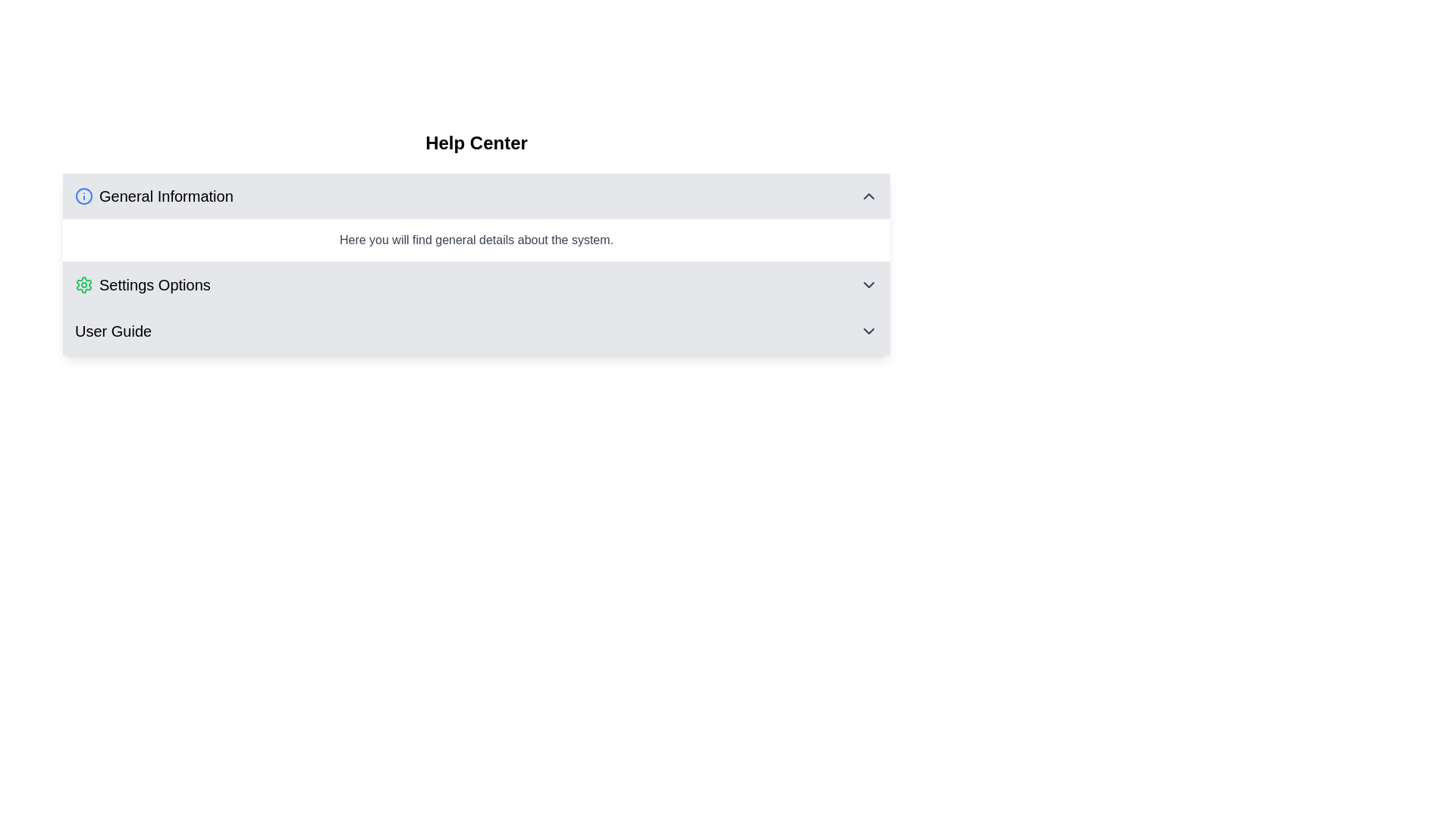 This screenshot has height=819, width=1456. I want to click on the text label that serves as the title for the first expandable section of the 'Help Center' module, positioned to the right of an information icon, to read the text, so click(166, 195).